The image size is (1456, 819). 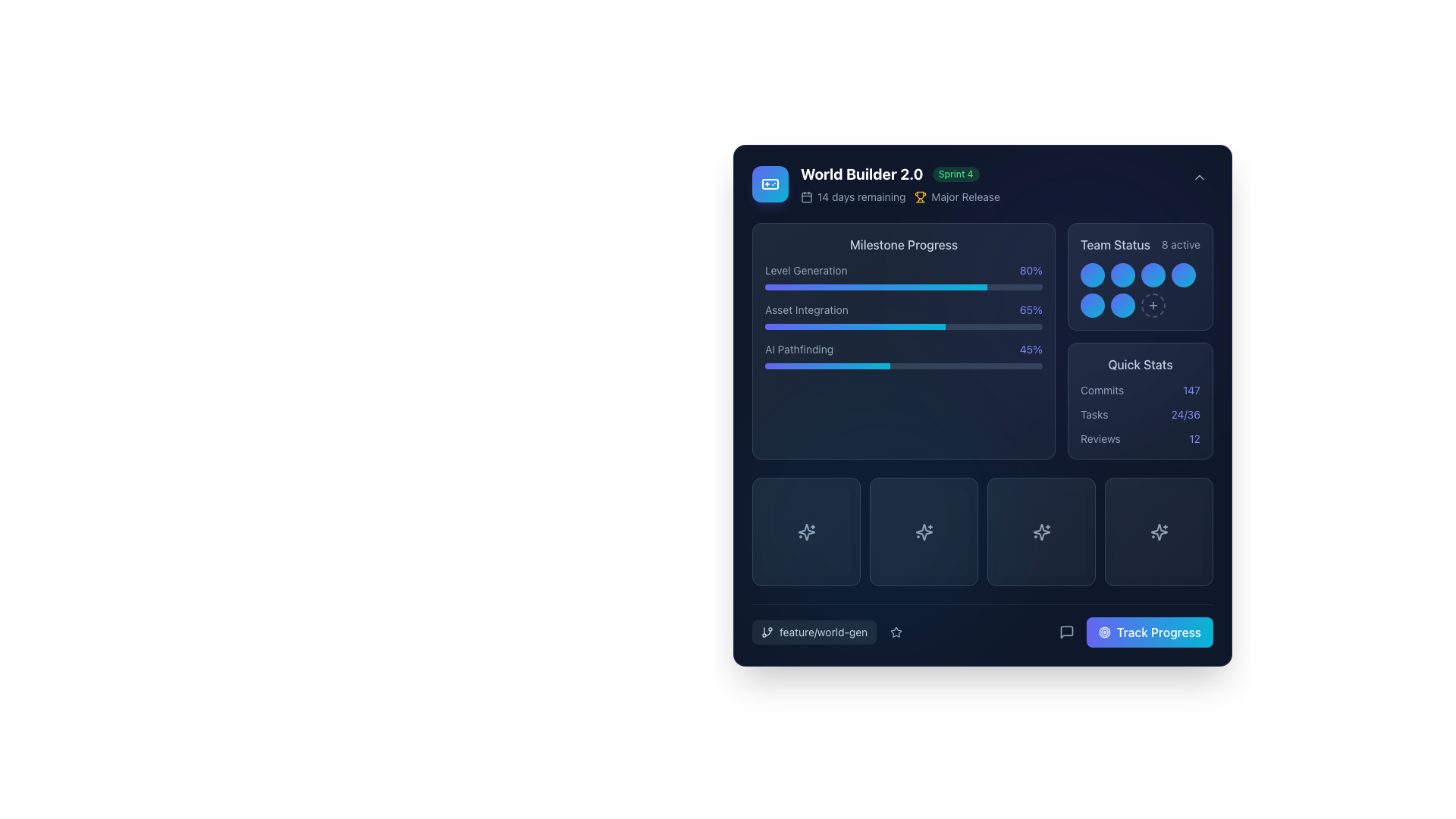 I want to click on progress, so click(x=783, y=287).